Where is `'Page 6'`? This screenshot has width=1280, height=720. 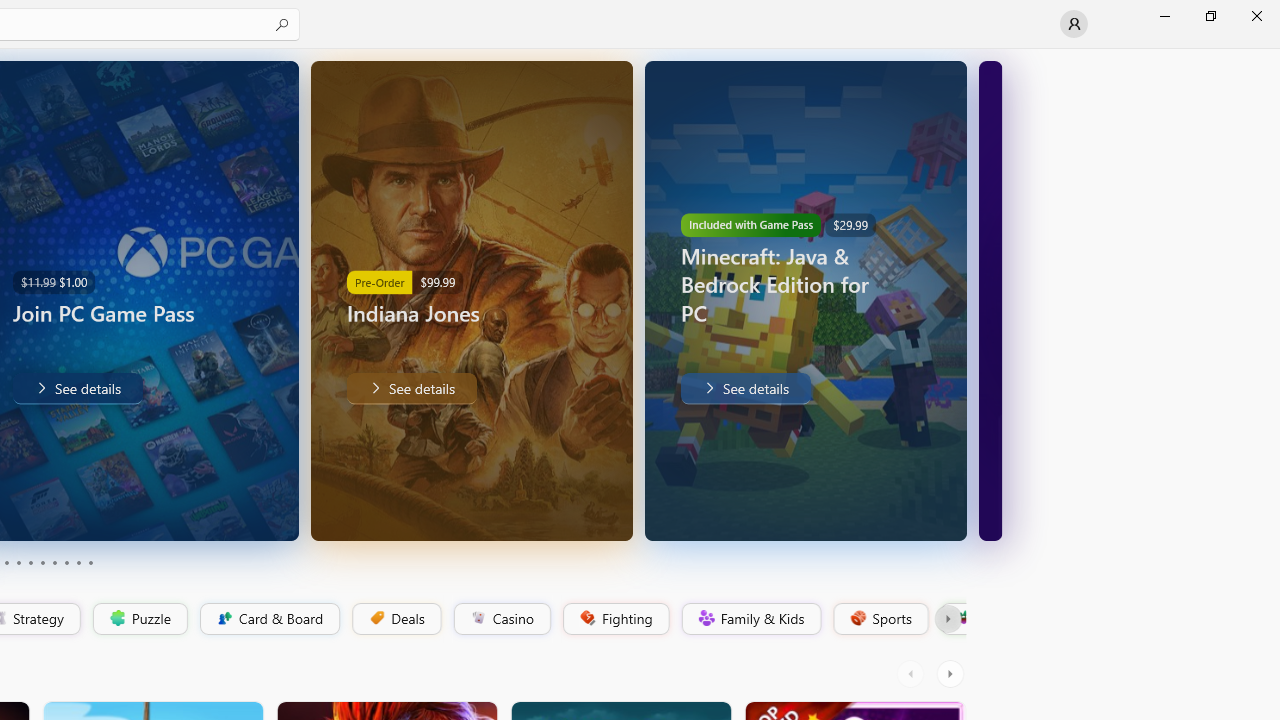
'Page 6' is located at coordinates (42, 563).